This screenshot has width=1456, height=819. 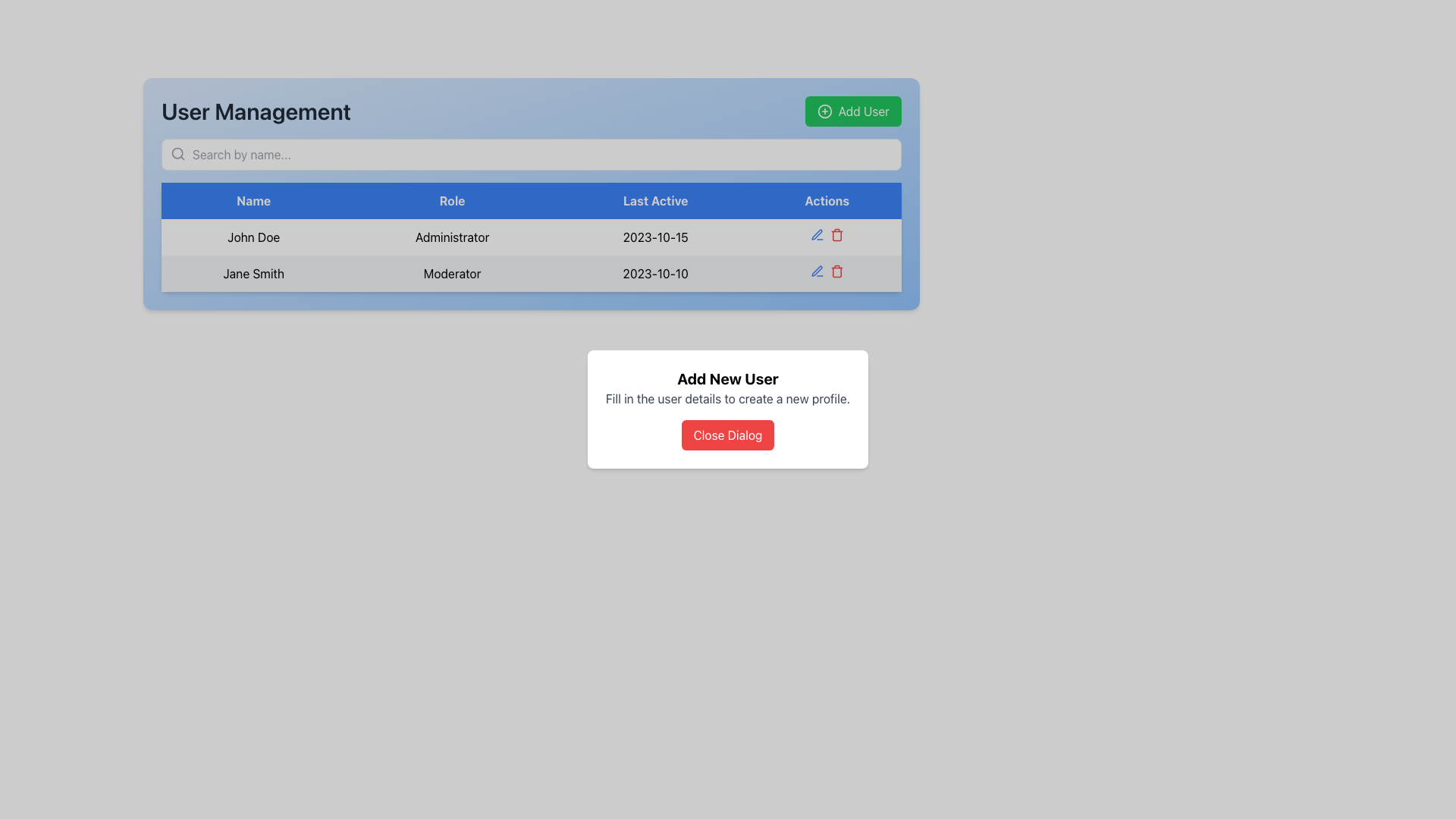 I want to click on the text display that reads 'Fill in the user details to create a new profile.' which is located below the title 'Add New User' and above the 'Close Dialog' button, so click(x=728, y=397).